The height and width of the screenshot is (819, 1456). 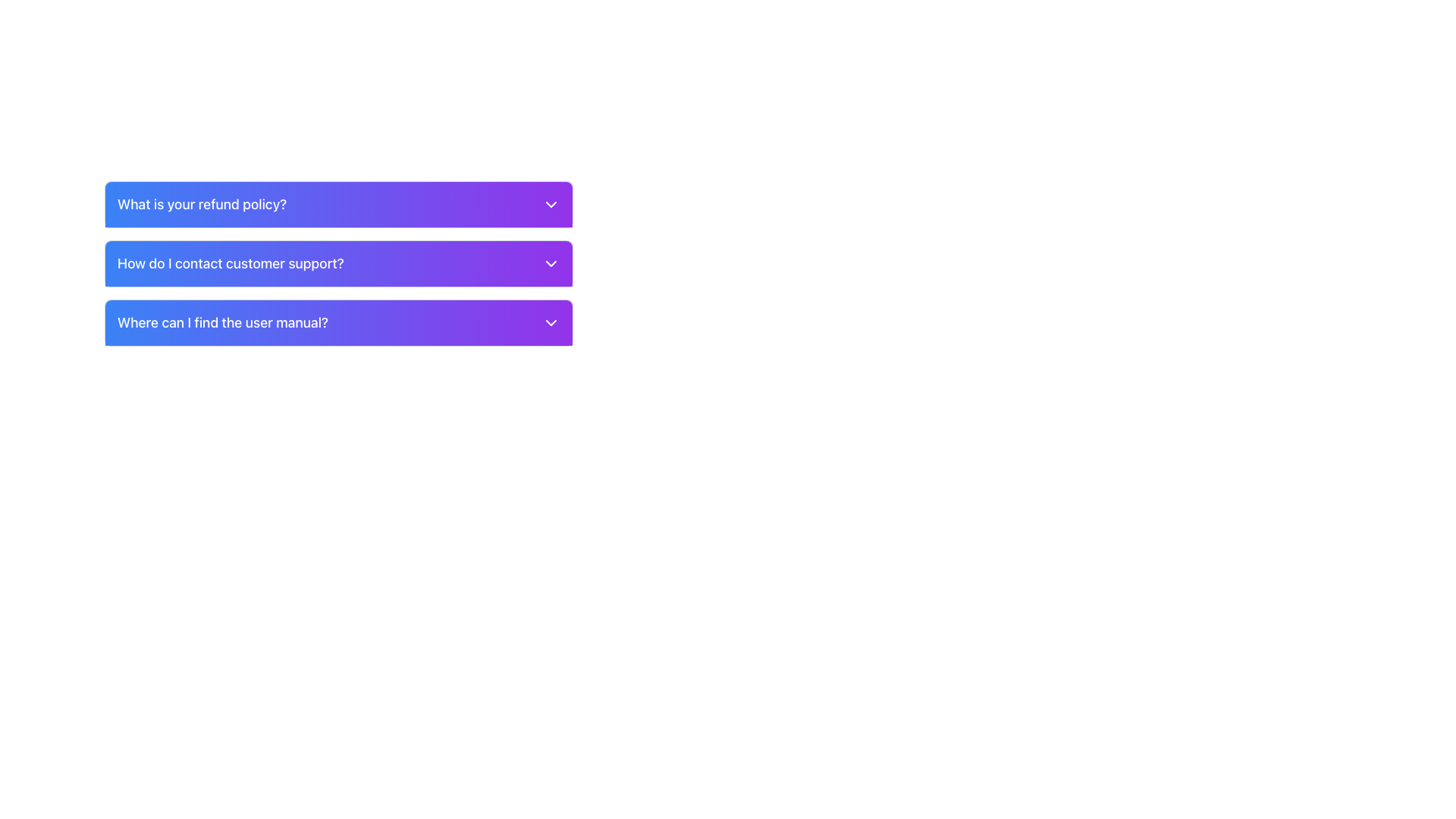 I want to click on the Chevron Down icon located at the rightmost segment of the button labeled 'What is your refund policy?', so click(x=550, y=205).